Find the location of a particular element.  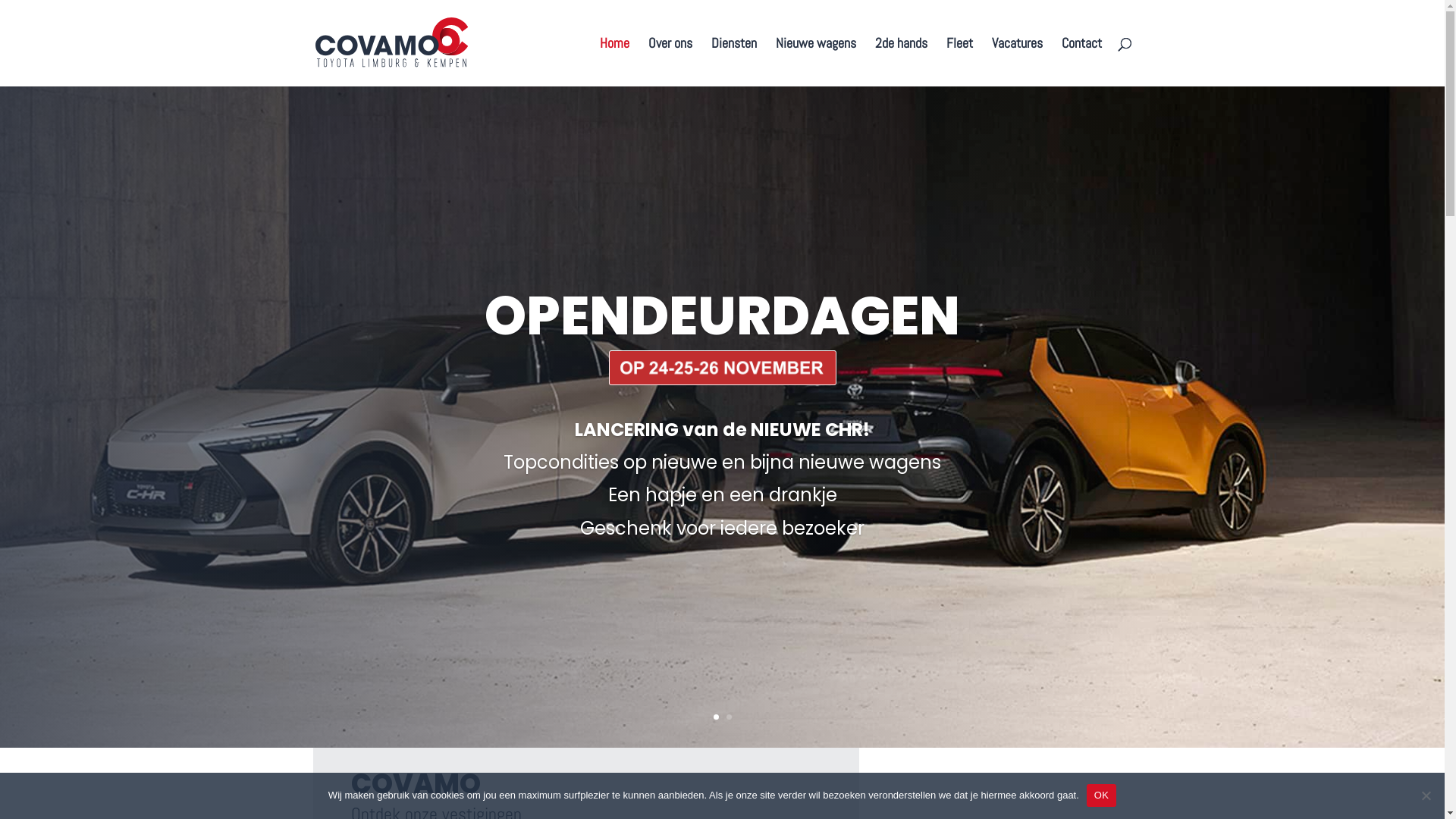

'Home' is located at coordinates (598, 61).